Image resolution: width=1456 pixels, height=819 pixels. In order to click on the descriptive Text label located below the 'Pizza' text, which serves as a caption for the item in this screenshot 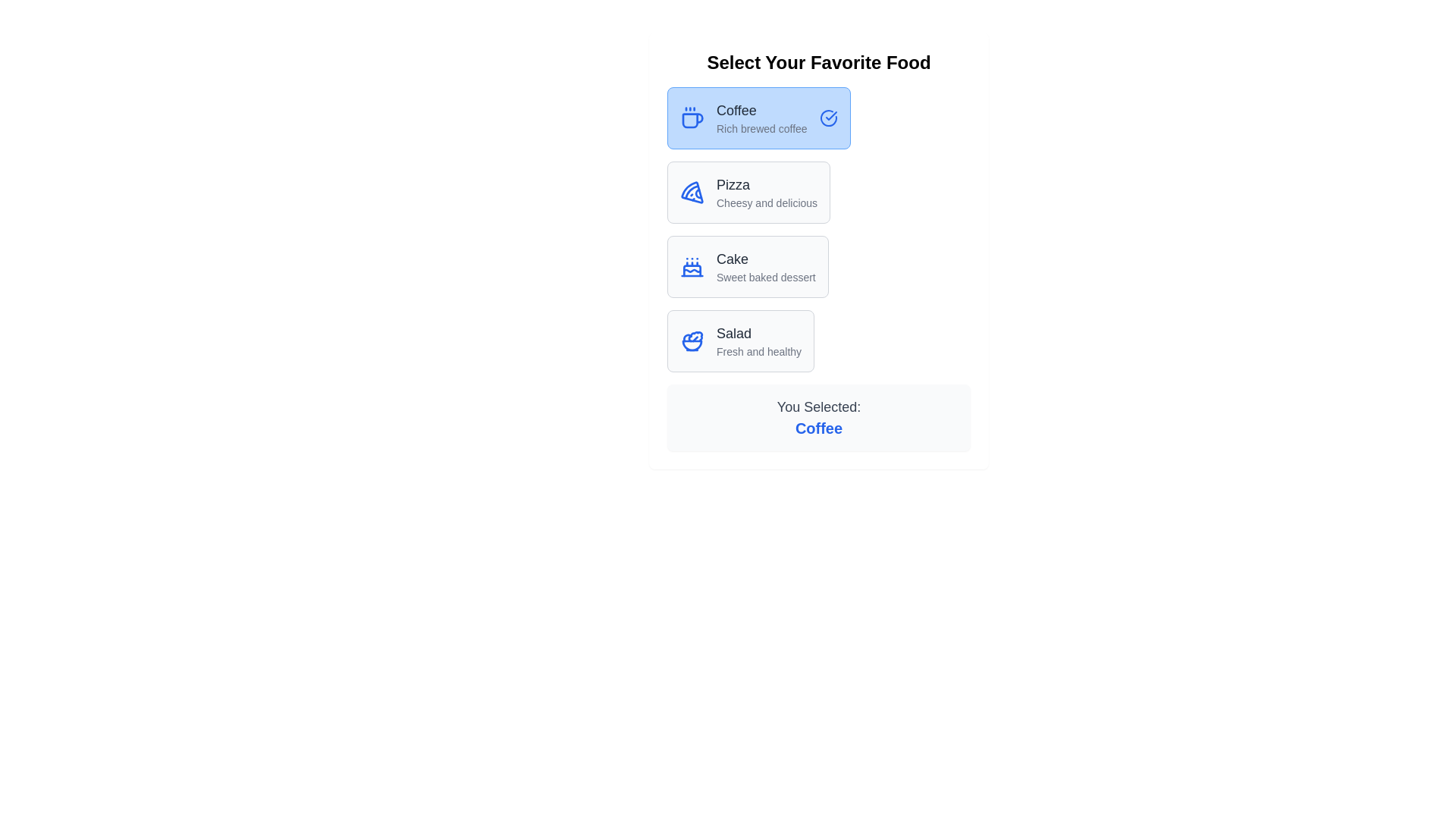, I will do `click(767, 202)`.